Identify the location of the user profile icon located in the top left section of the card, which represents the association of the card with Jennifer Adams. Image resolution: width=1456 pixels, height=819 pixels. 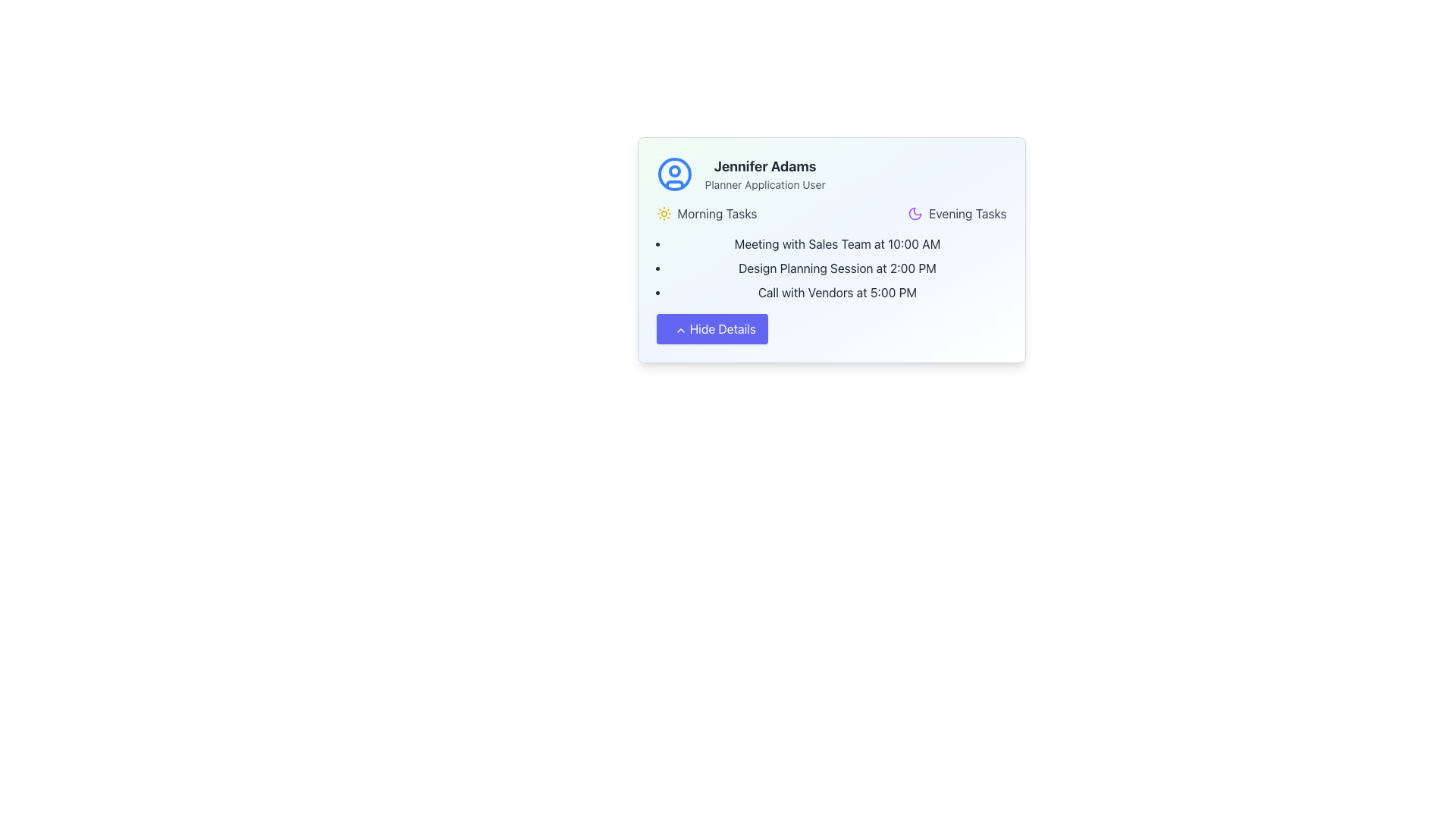
(673, 174).